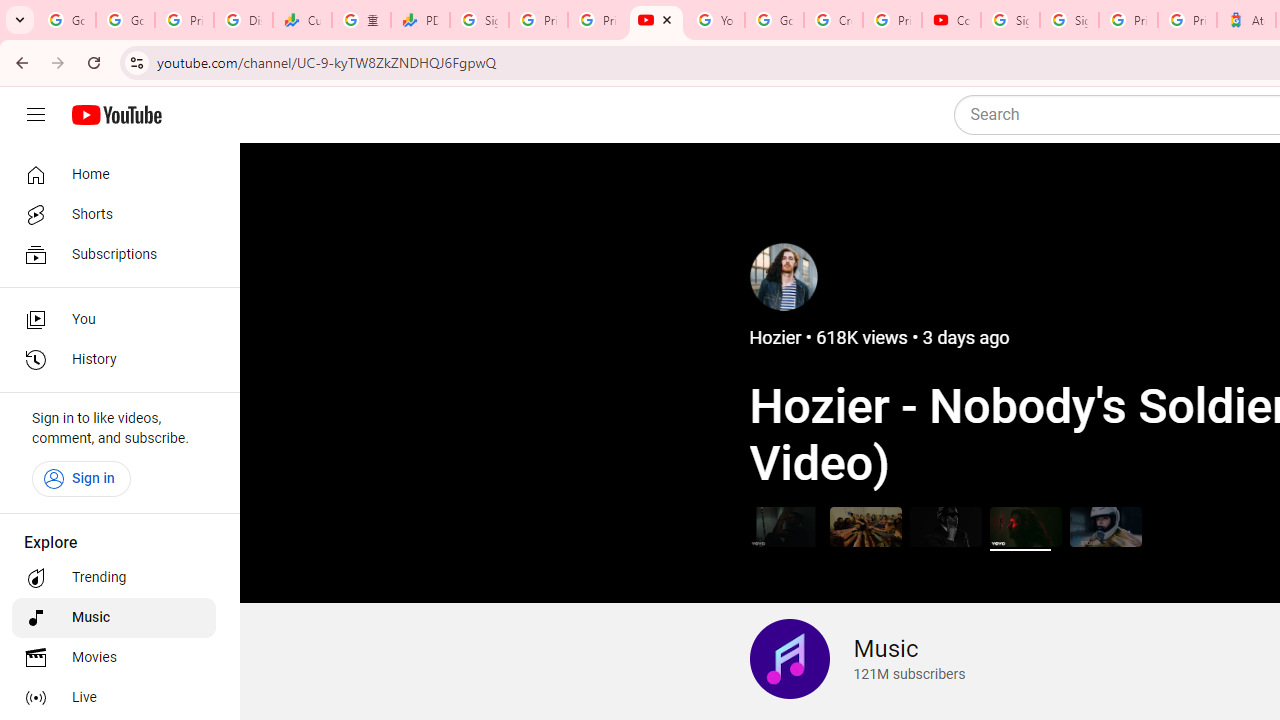 The width and height of the screenshot is (1280, 720). I want to click on 'Create your Google Account', so click(833, 20).